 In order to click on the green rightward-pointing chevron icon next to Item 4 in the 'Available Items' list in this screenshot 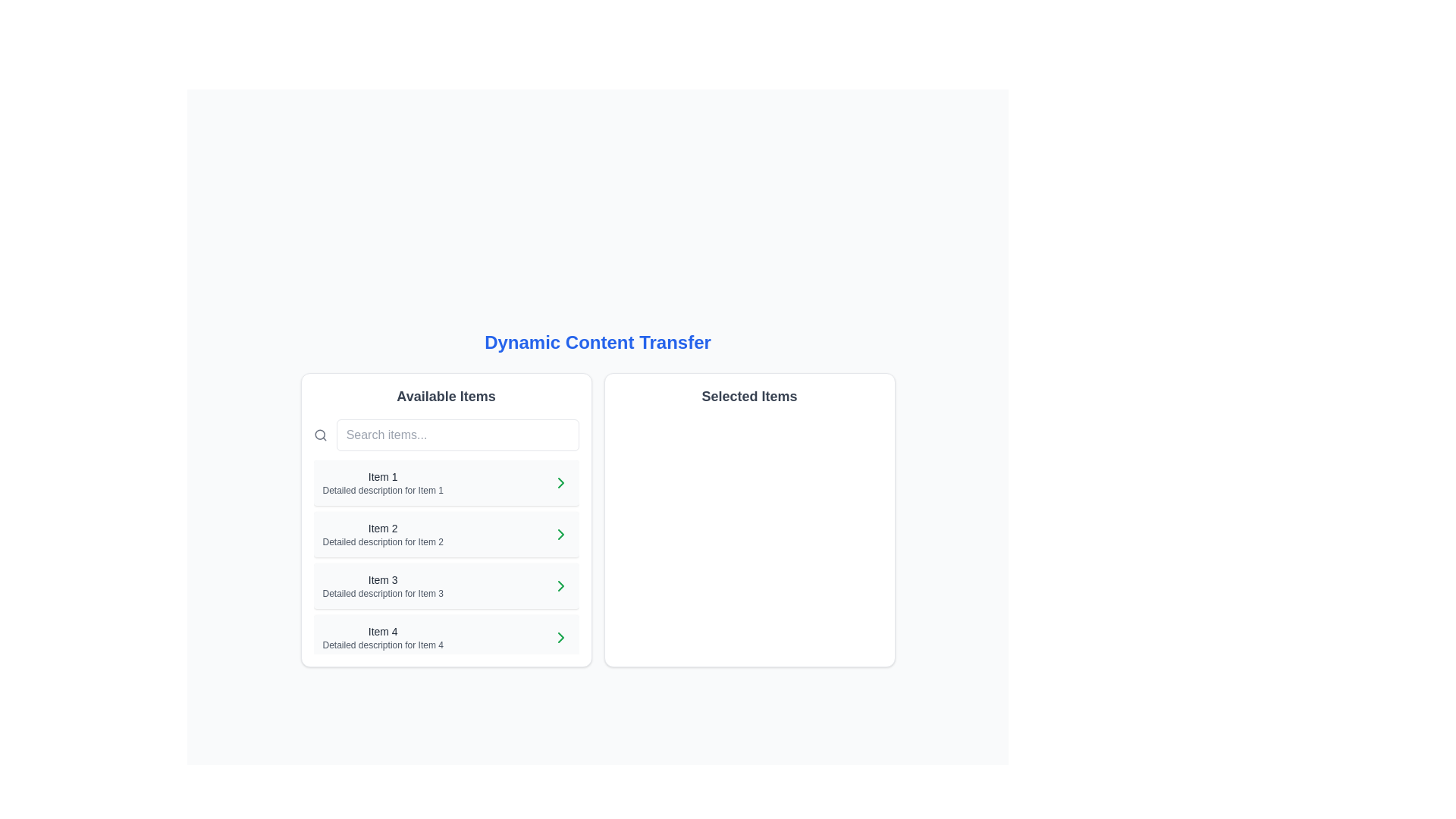, I will do `click(560, 637)`.